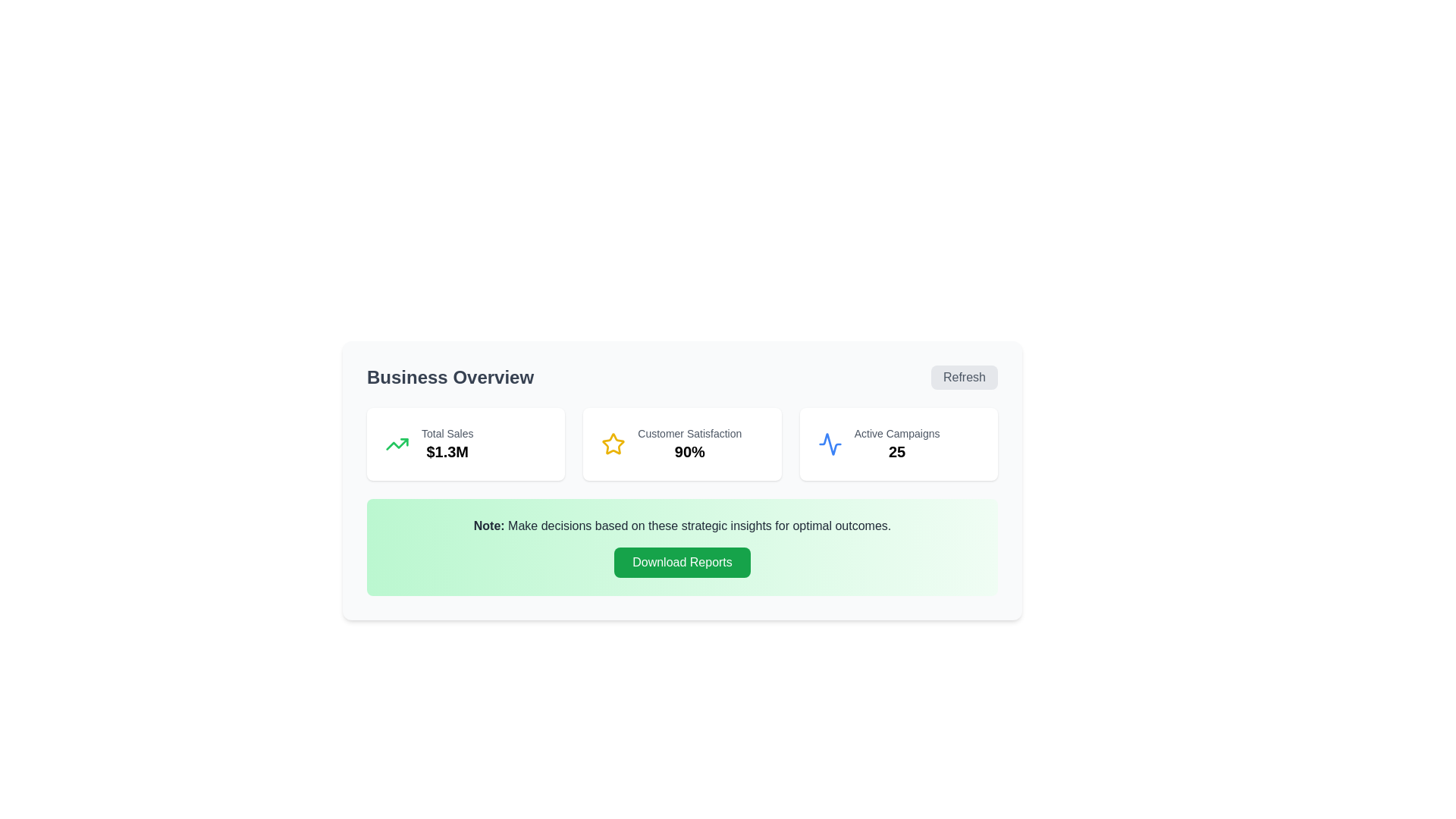 The width and height of the screenshot is (1456, 819). I want to click on static text label element that displays 'Total Sales', which is located above the '$1.3M' value in the sales card within the 'Business Overview' section, so click(447, 433).